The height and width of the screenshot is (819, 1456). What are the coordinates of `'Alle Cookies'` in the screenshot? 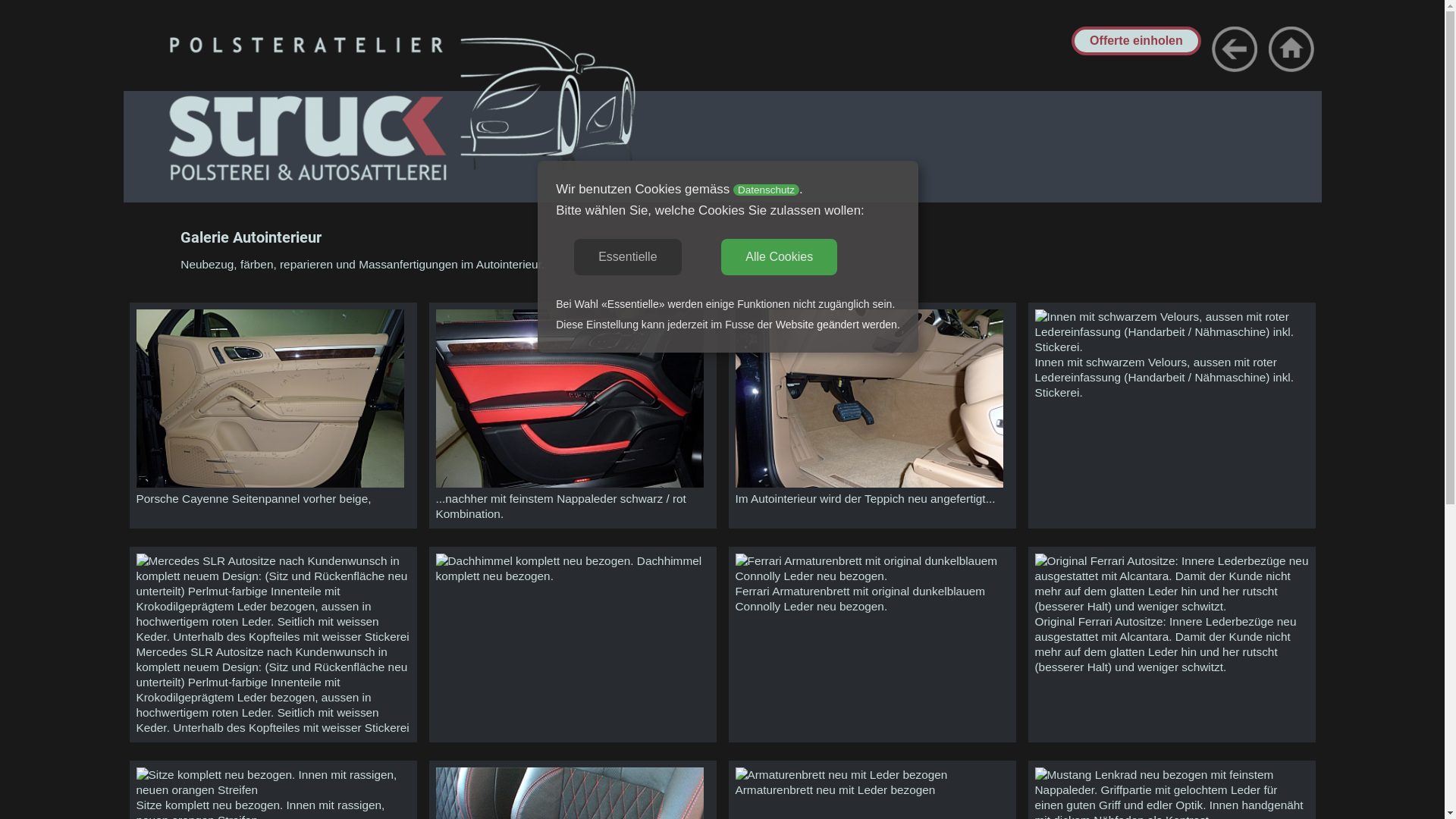 It's located at (779, 256).